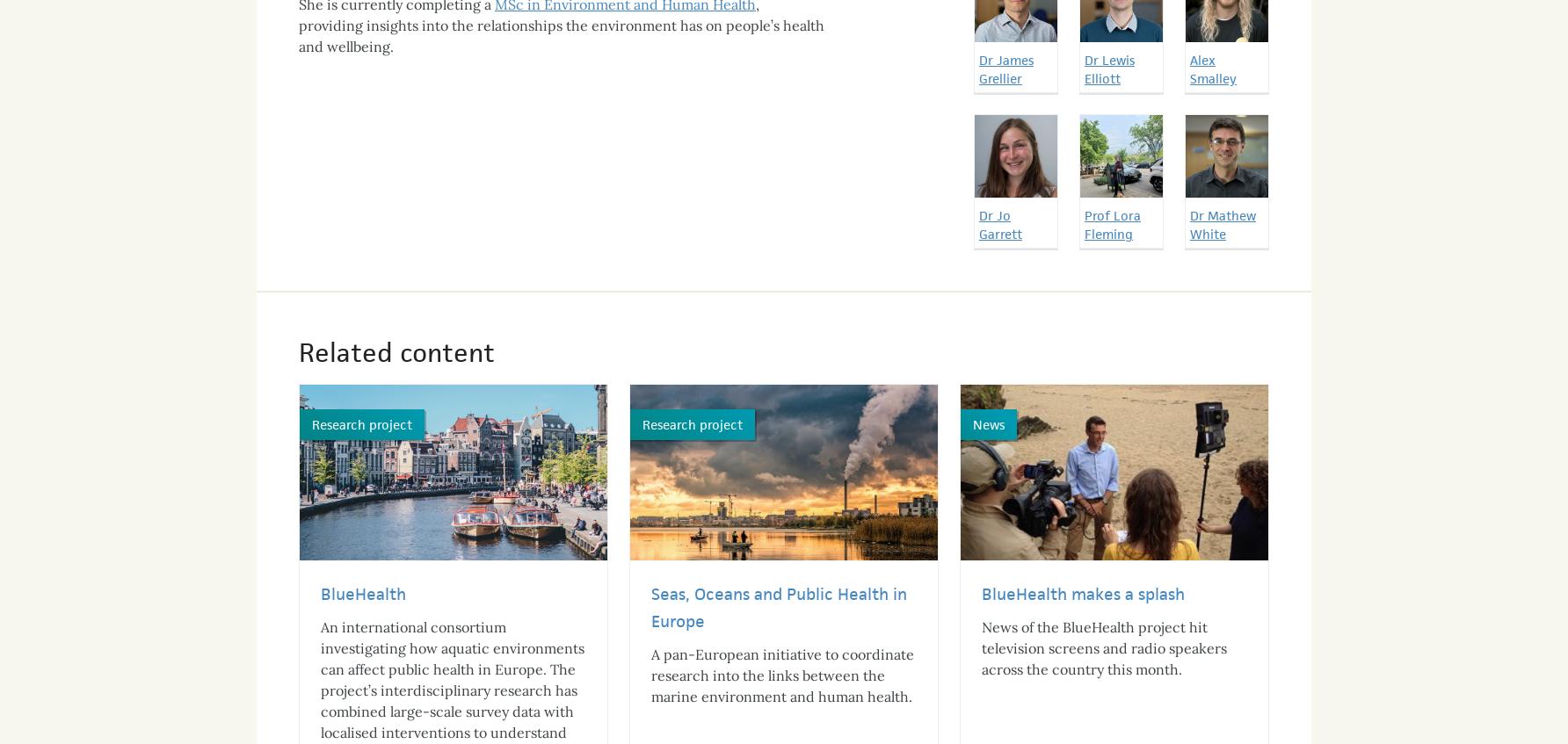  Describe the element at coordinates (778, 591) in the screenshot. I see `'Seas, Oceans and Public Health in Europe'` at that location.